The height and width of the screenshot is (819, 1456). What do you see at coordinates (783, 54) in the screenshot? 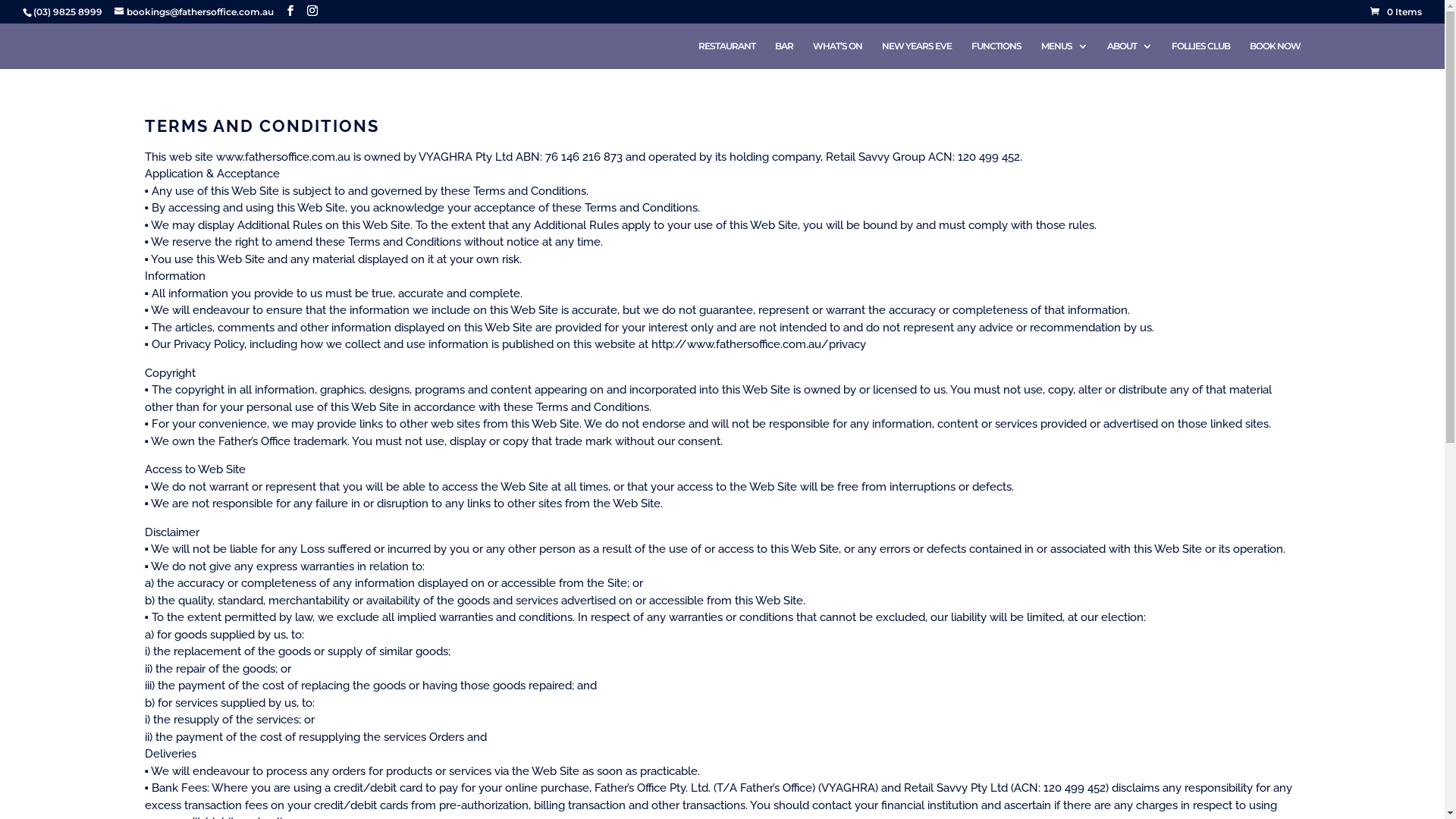
I see `'BAR'` at bounding box center [783, 54].